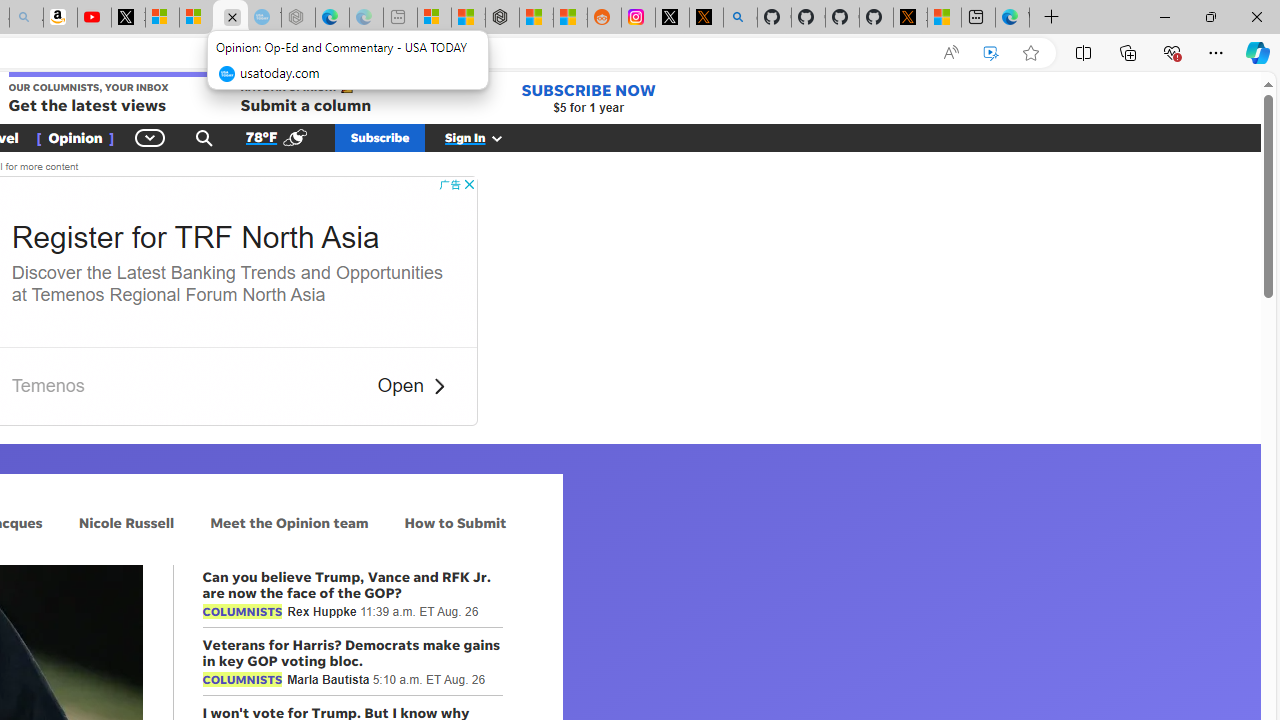  What do you see at coordinates (230, 17) in the screenshot?
I see `'Opinion: Op-Ed and Commentary - USA TODAY'` at bounding box center [230, 17].